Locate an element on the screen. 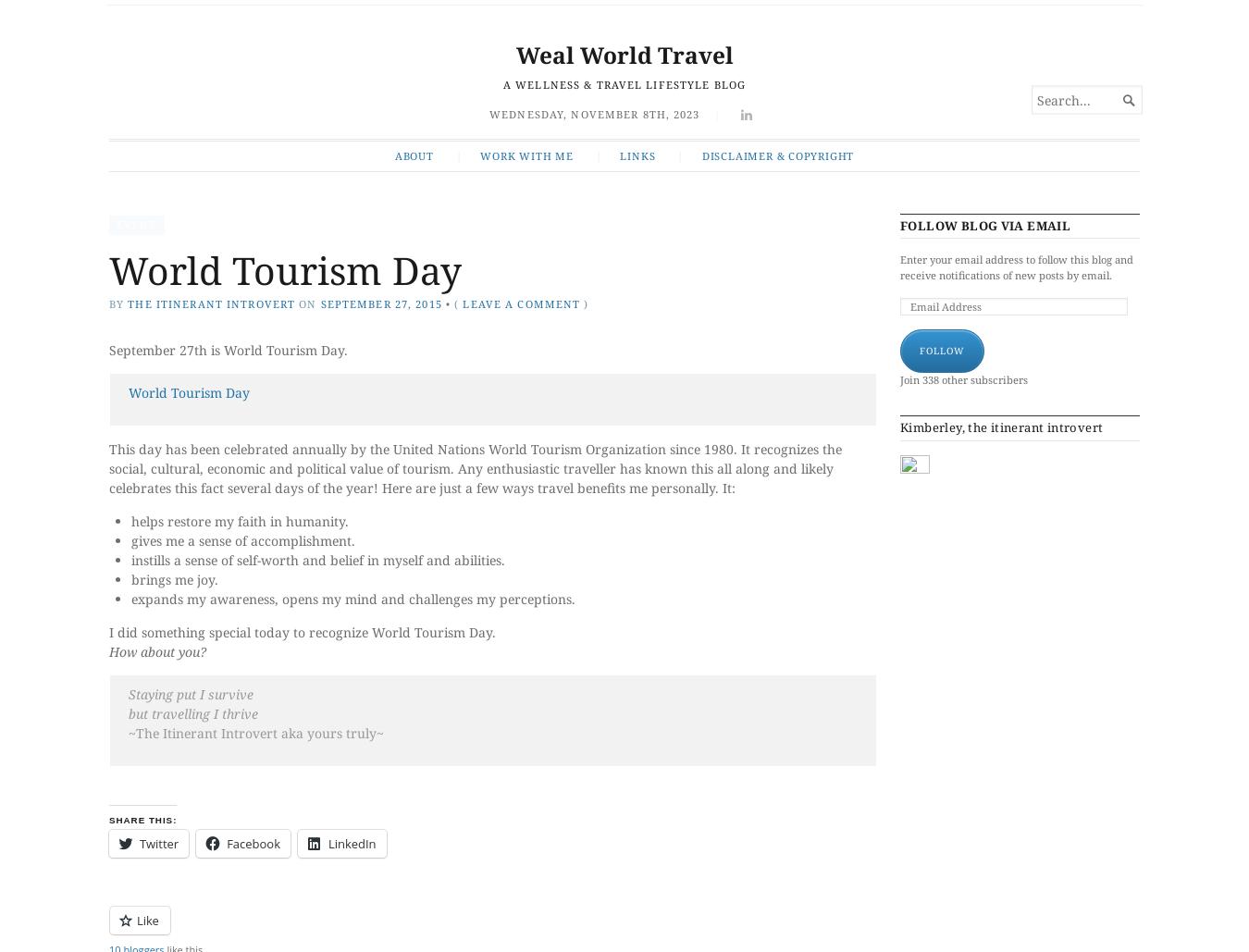 This screenshot has height=952, width=1249. 'Weal World Travel' is located at coordinates (514, 55).